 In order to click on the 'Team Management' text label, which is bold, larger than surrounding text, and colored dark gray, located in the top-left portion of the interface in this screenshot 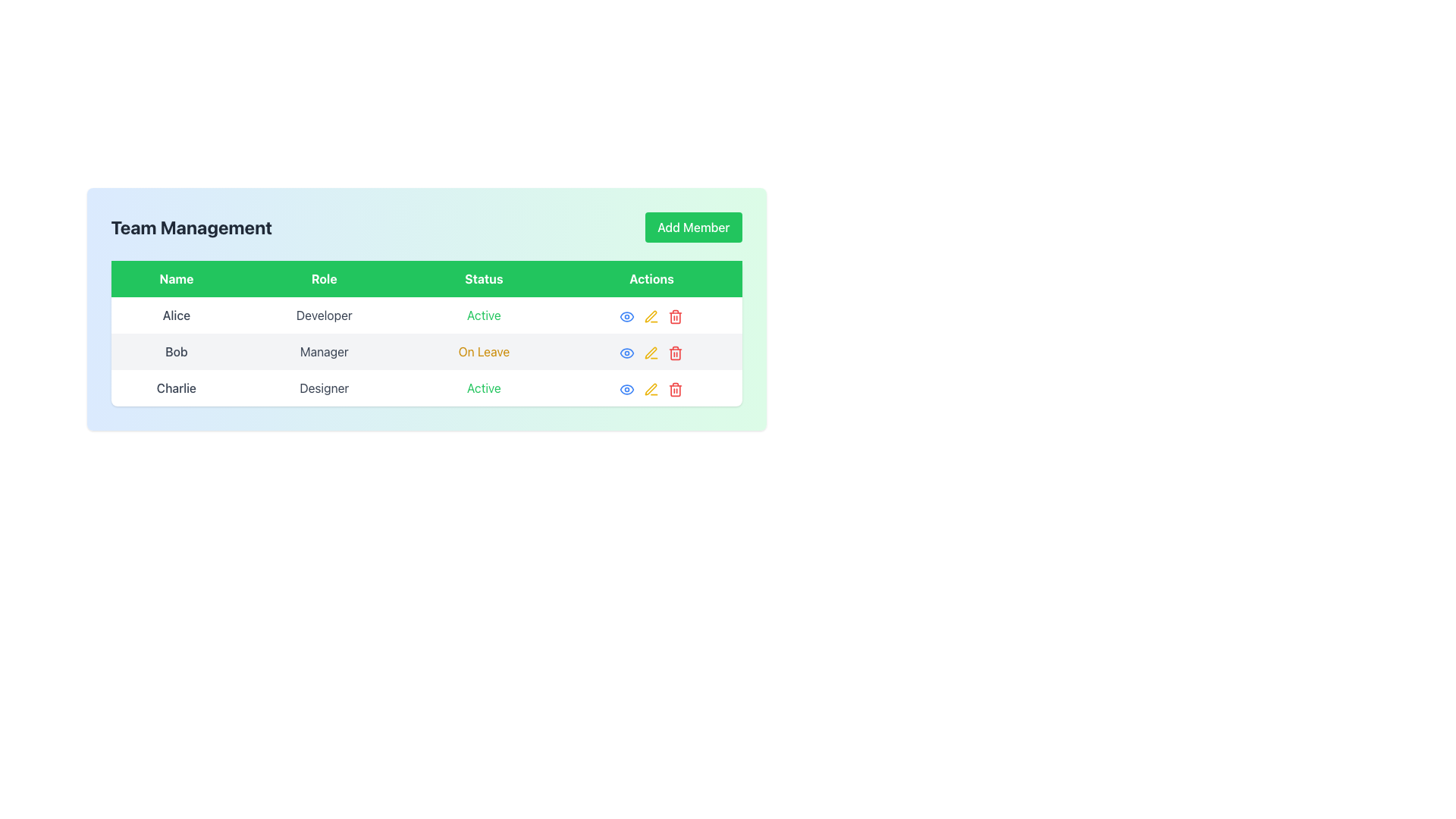, I will do `click(190, 227)`.